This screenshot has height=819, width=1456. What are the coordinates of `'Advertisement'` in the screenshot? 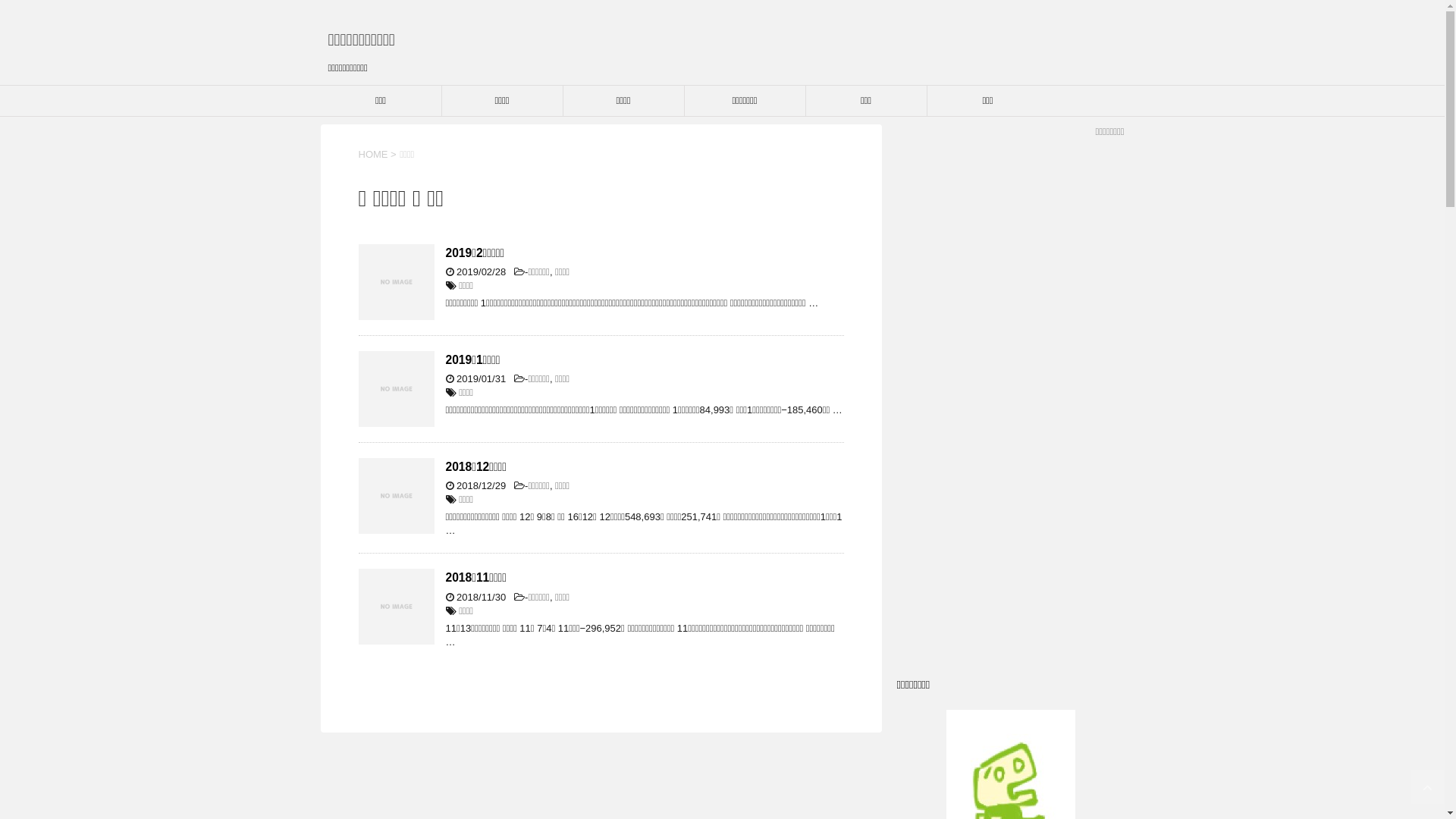 It's located at (1009, 403).